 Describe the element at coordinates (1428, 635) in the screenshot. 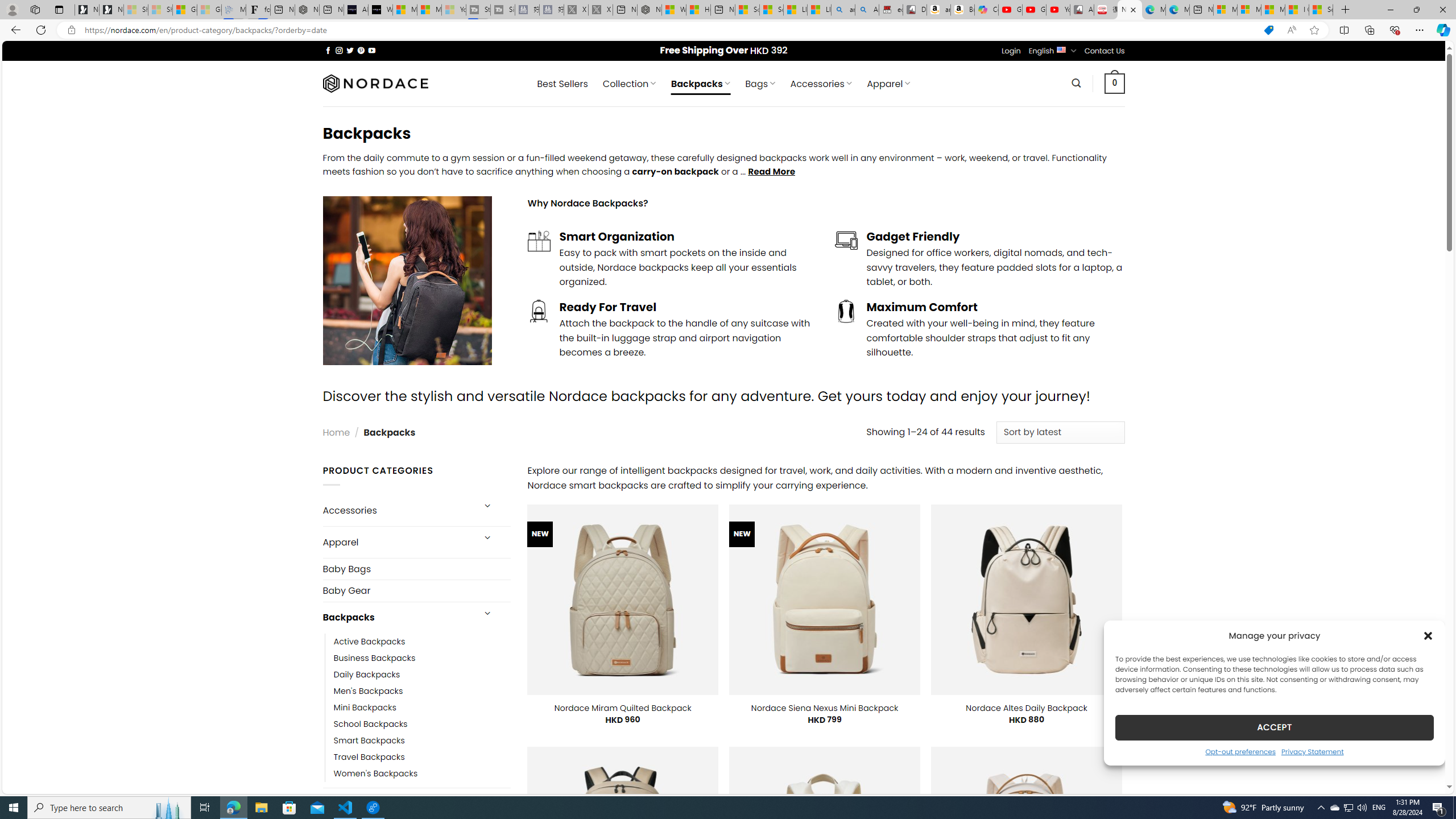

I see `'Class: cmplz-close'` at that location.